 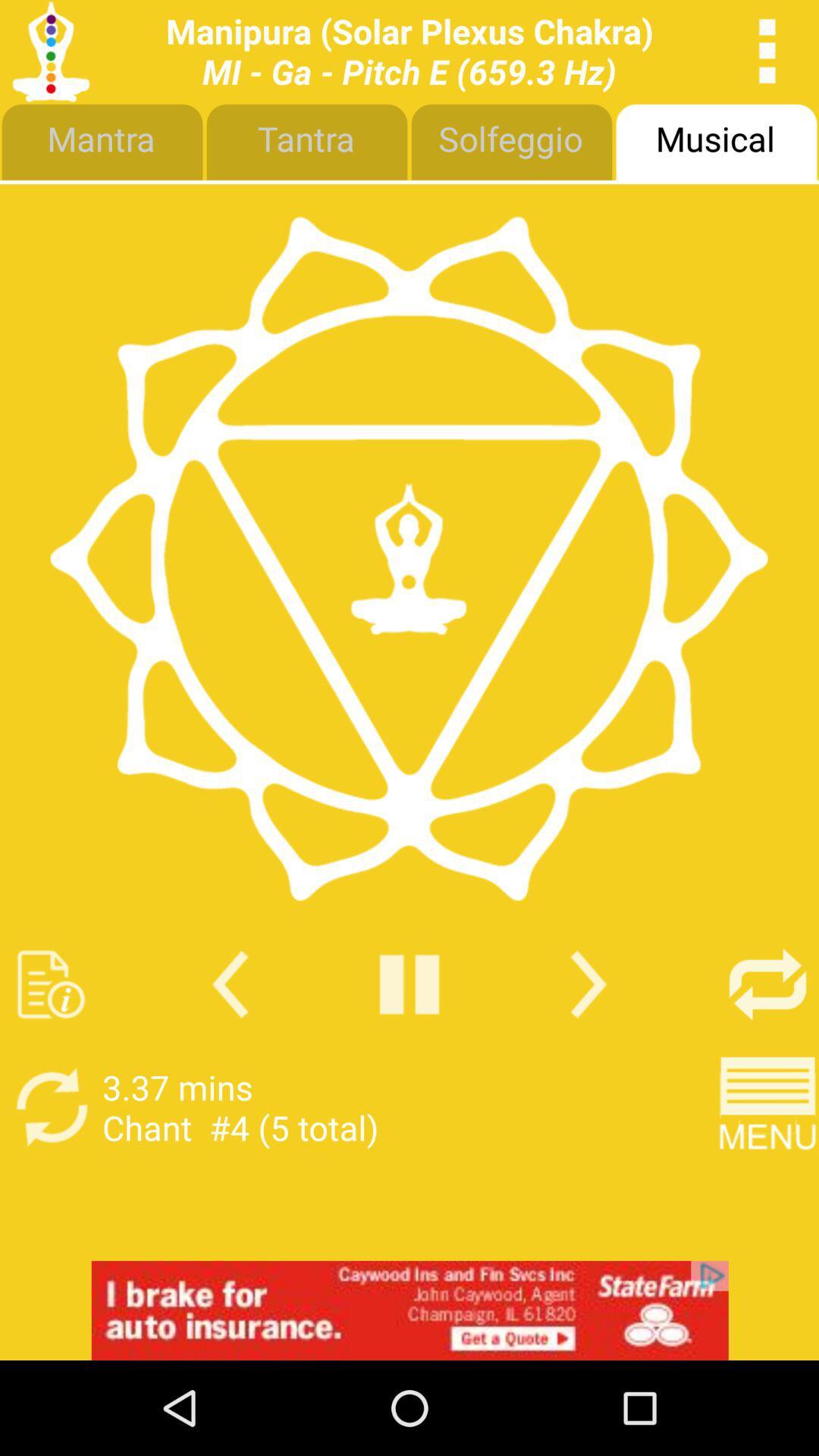 What do you see at coordinates (588, 1053) in the screenshot?
I see `the arrow_forward icon` at bounding box center [588, 1053].